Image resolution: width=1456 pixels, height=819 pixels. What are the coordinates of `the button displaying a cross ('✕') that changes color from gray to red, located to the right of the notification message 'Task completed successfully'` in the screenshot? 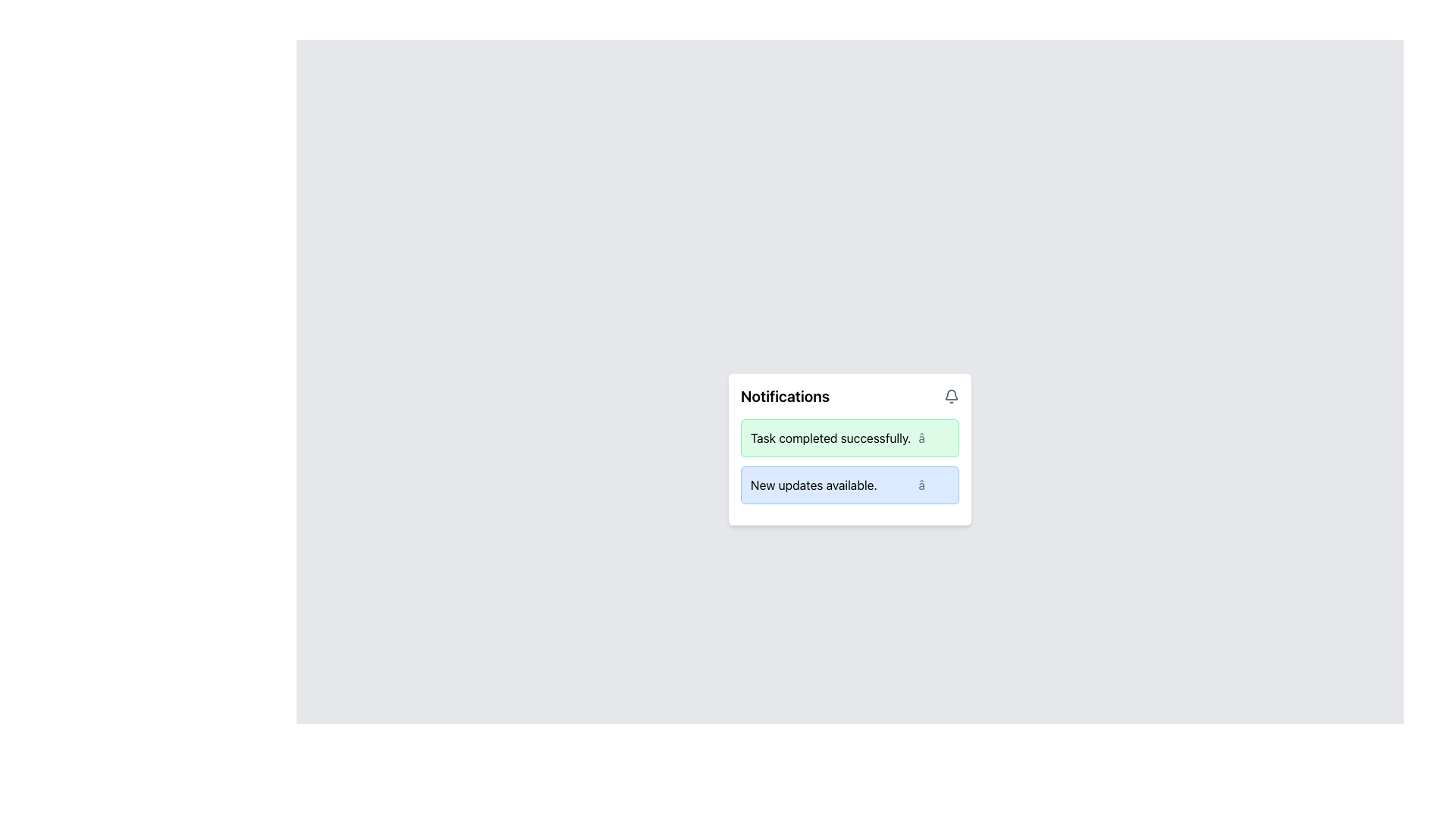 It's located at (933, 438).